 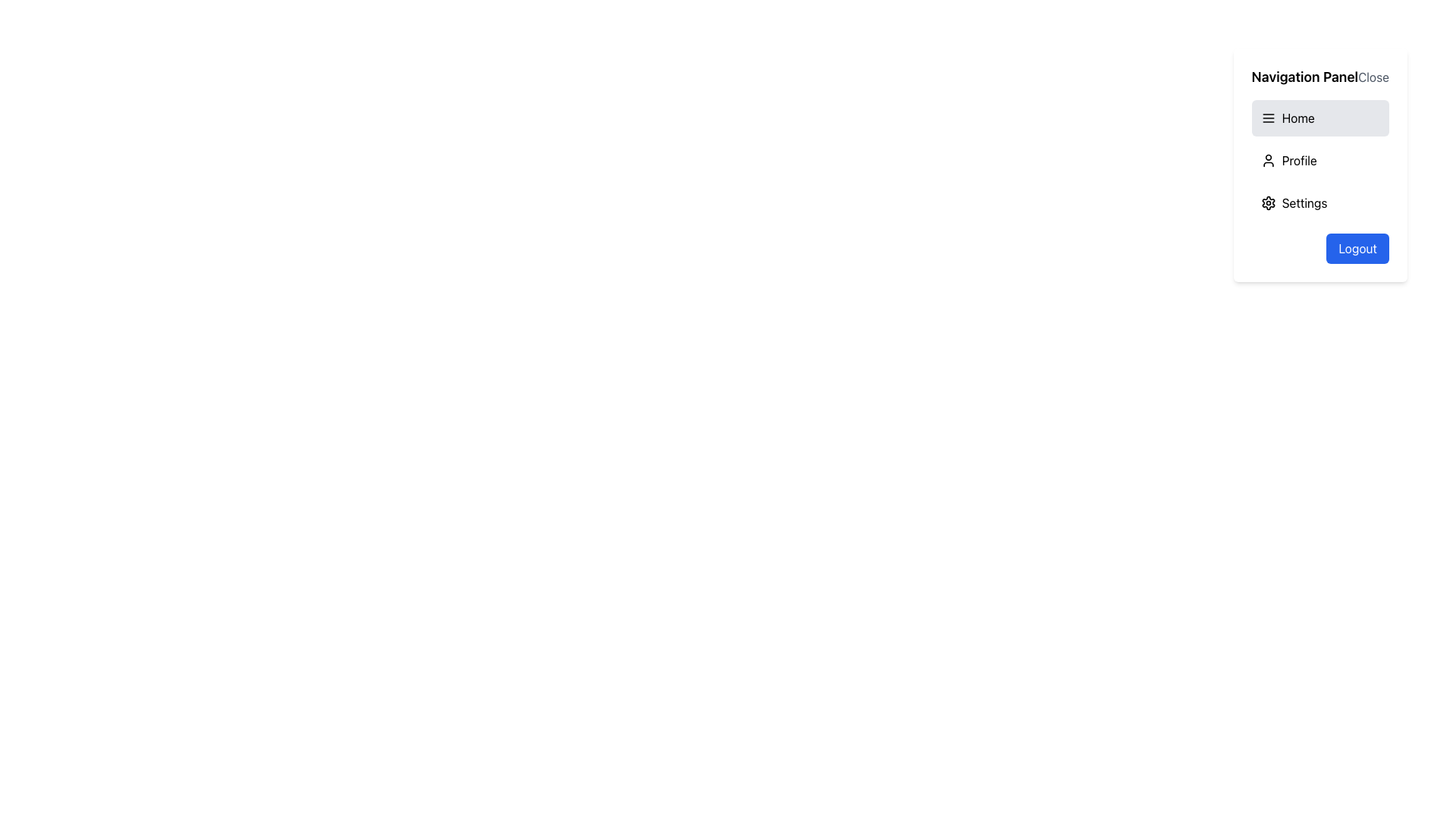 What do you see at coordinates (1319, 202) in the screenshot?
I see `the navigation option labeled 'Settings' with an accompanying icon` at bounding box center [1319, 202].